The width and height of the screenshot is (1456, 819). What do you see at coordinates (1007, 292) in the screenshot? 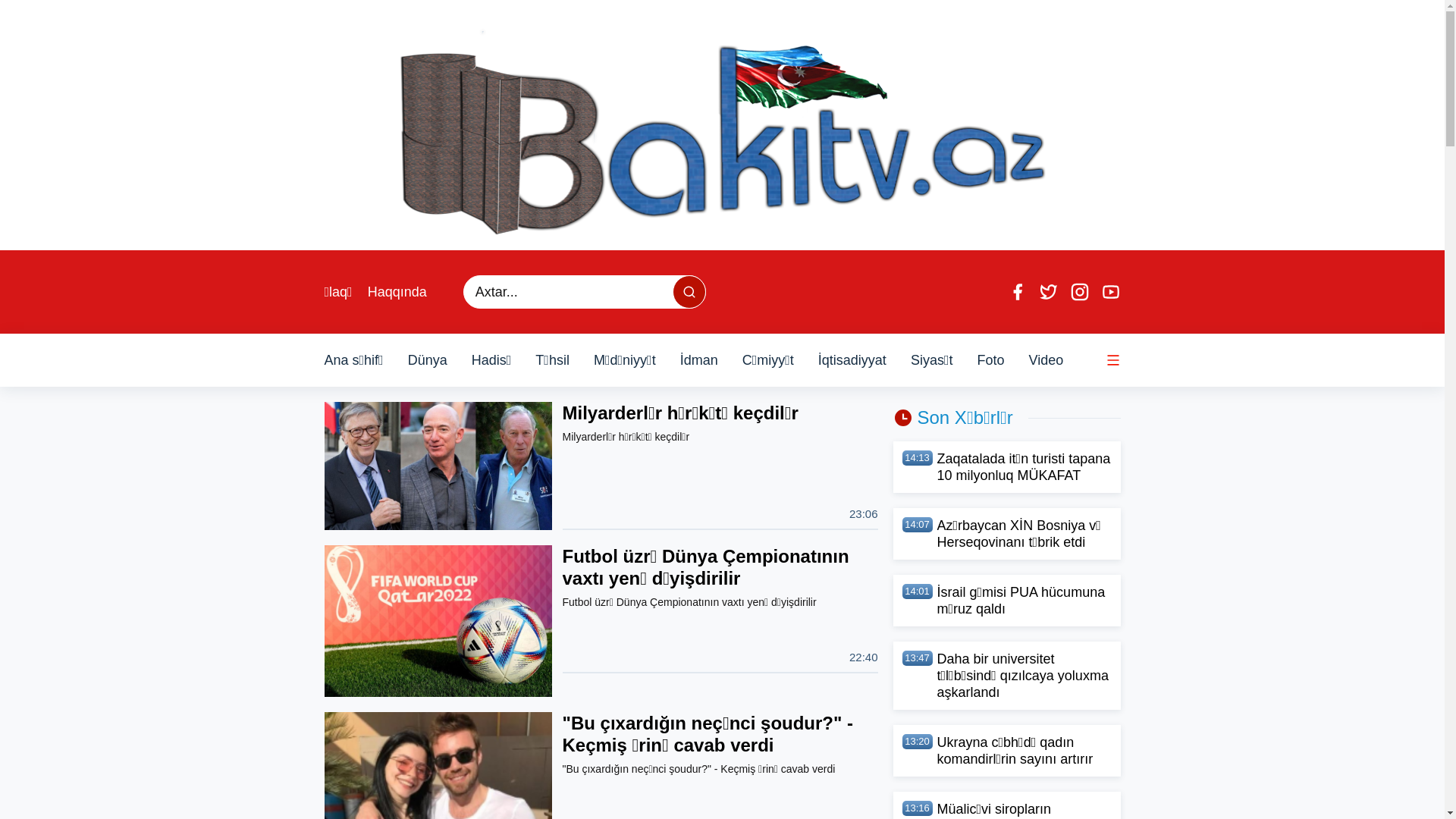
I see `'Facebook'` at bounding box center [1007, 292].